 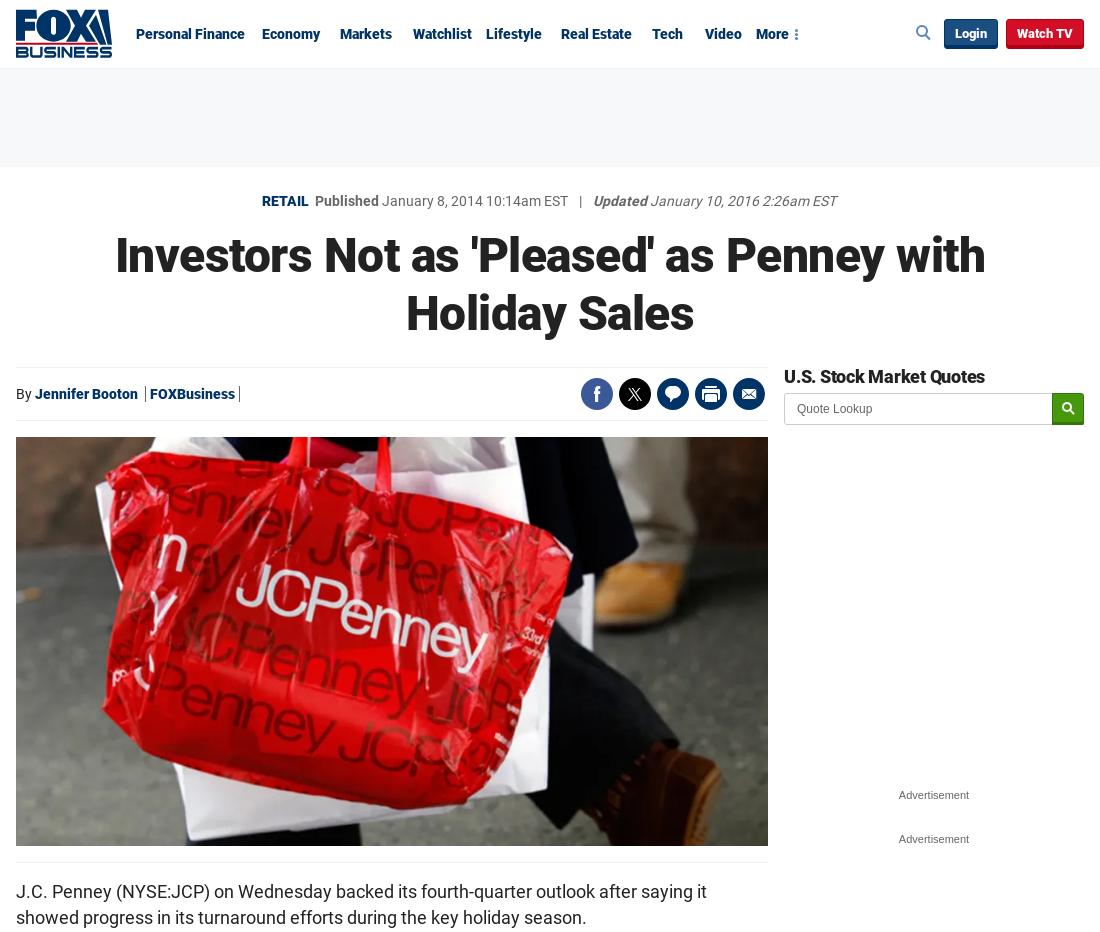 I want to click on 'Updated', so click(x=617, y=201).